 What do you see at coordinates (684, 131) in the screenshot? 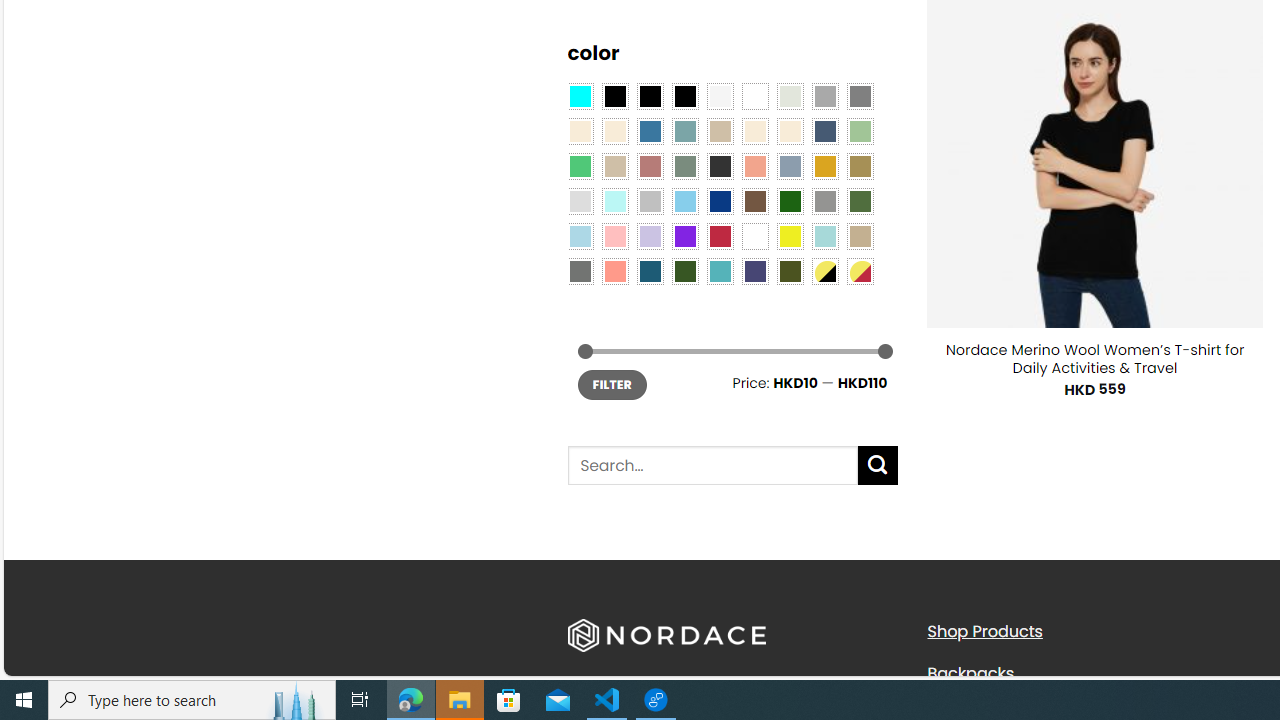
I see `'Blue Sage'` at bounding box center [684, 131].